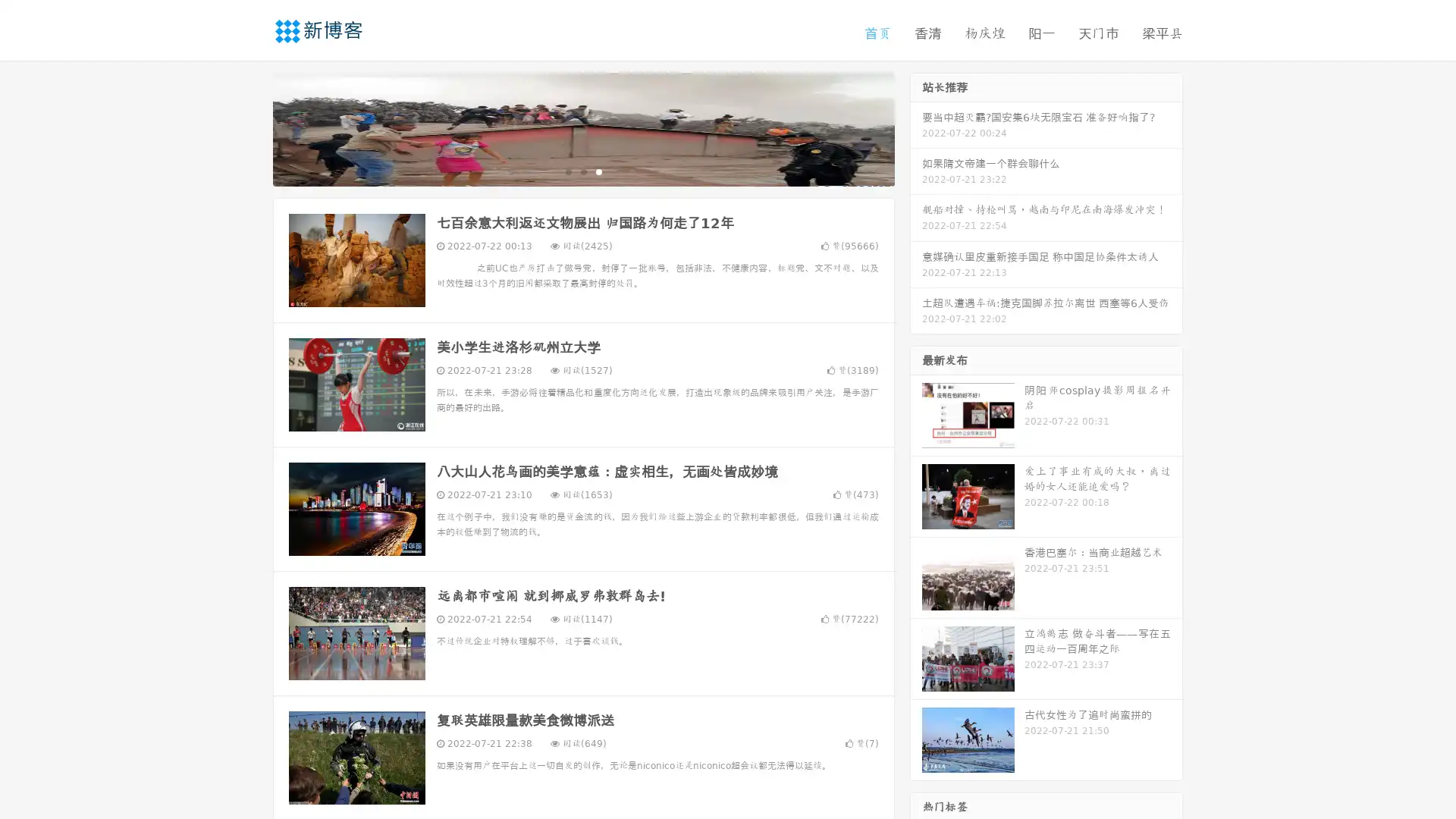 This screenshot has width=1456, height=819. I want to click on Next slide, so click(916, 127).